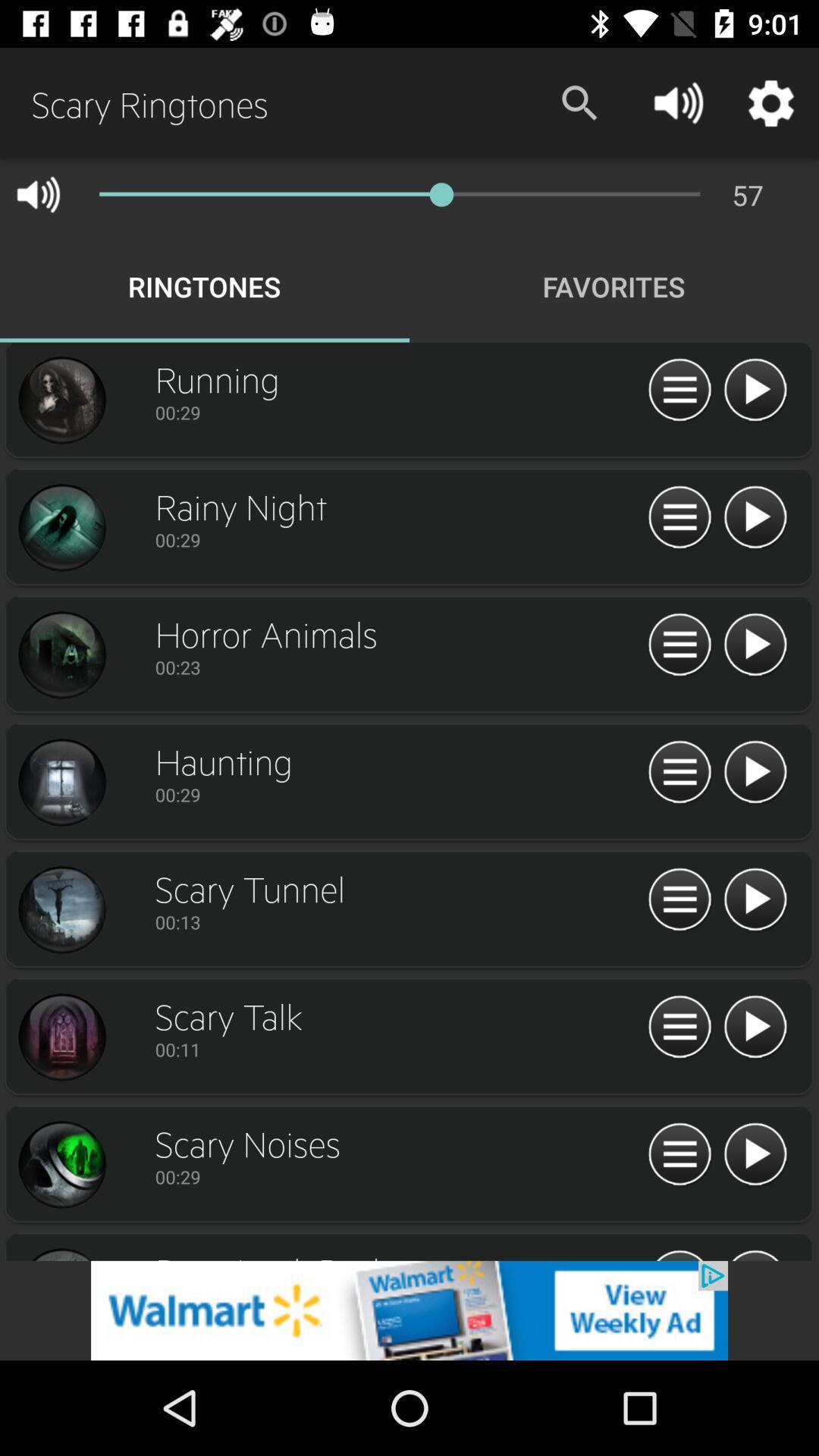 This screenshot has height=1456, width=819. I want to click on open walmart advertisement, so click(409, 1310).